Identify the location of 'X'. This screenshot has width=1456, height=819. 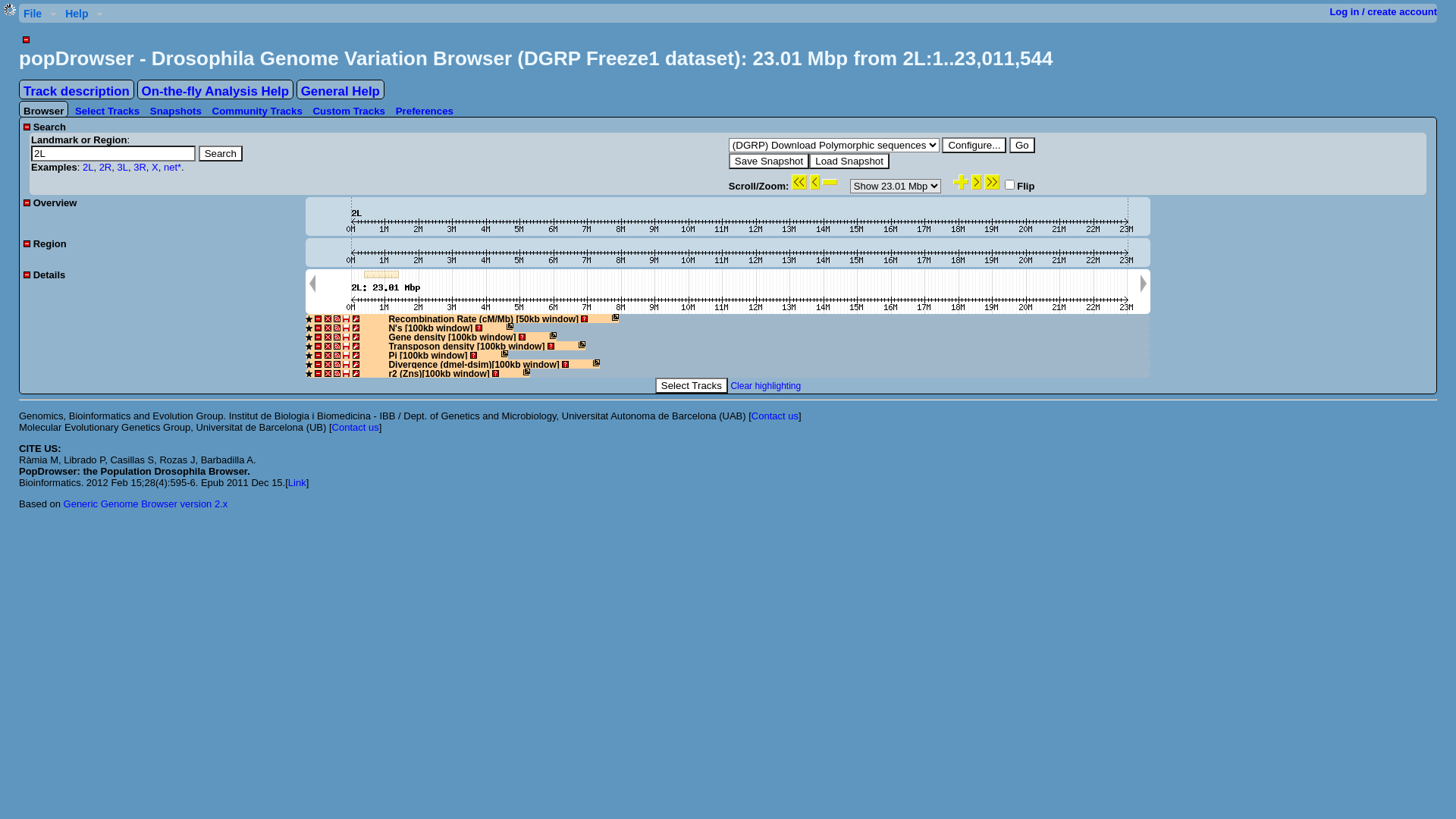
(155, 167).